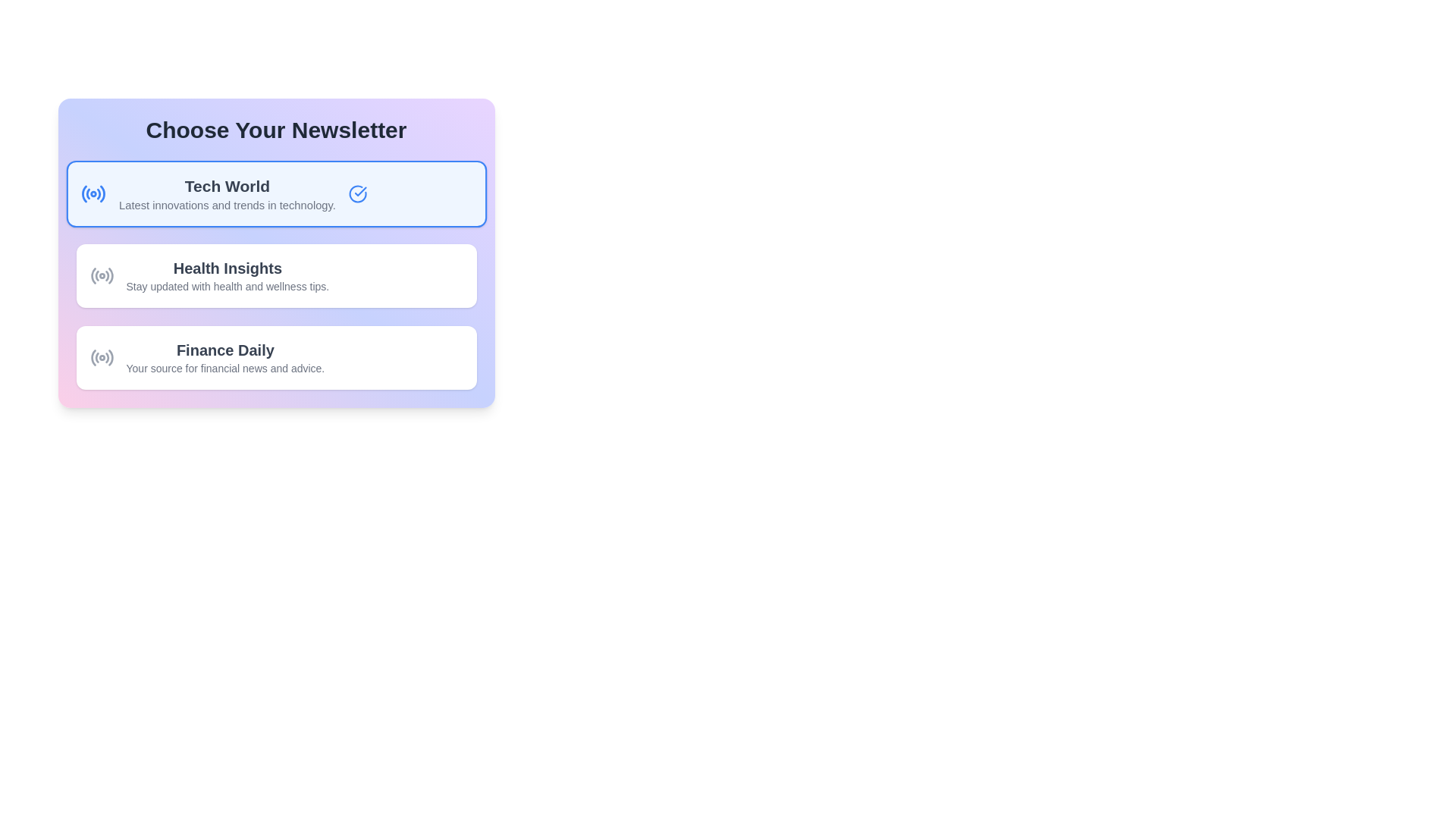  Describe the element at coordinates (101, 357) in the screenshot. I see `the circular radio icon` at that location.